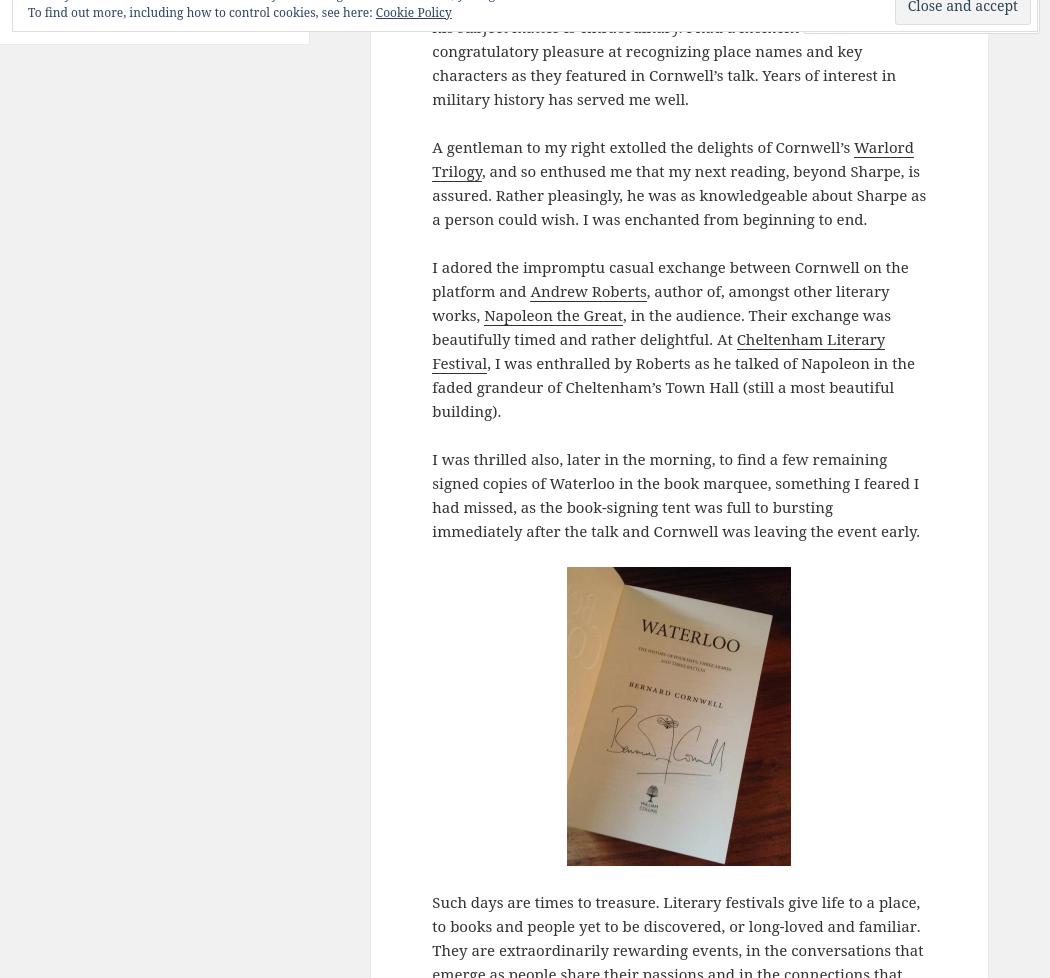 Image resolution: width=1050 pixels, height=978 pixels. What do you see at coordinates (430, 146) in the screenshot?
I see `'A gentleman to my right extolled the delights of Cornwell’s'` at bounding box center [430, 146].